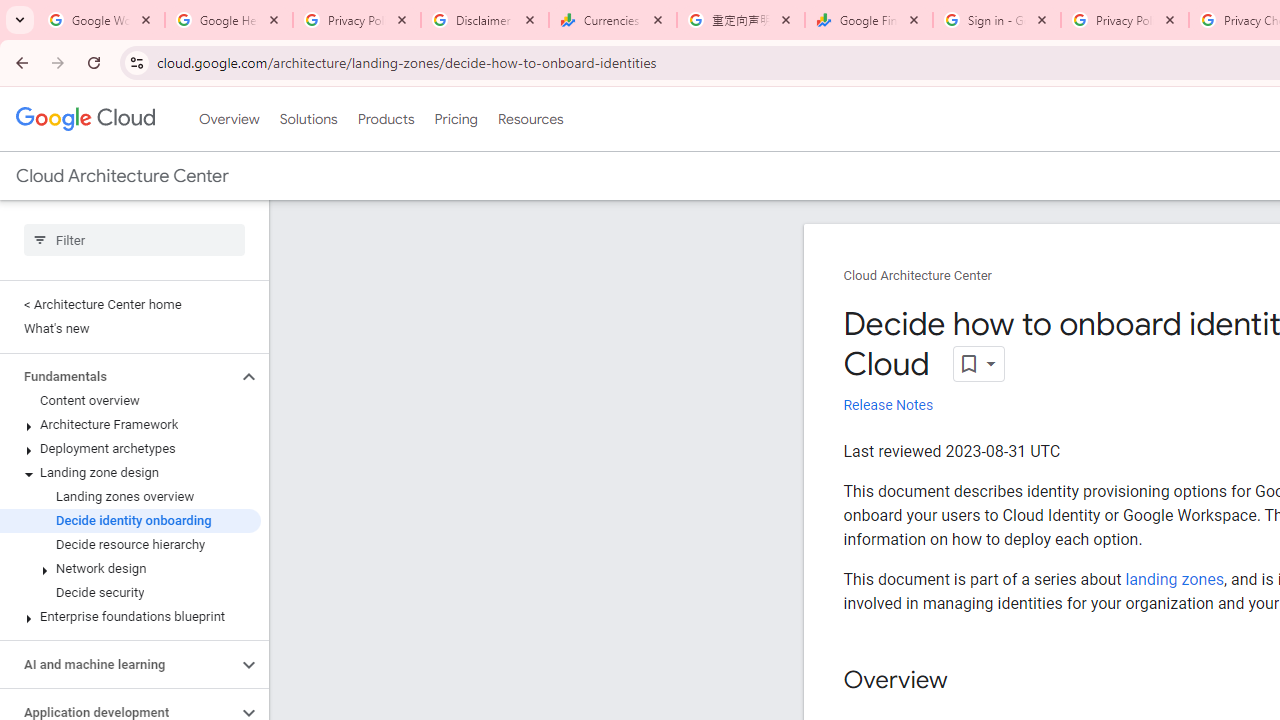 This screenshot has height=720, width=1280. Describe the element at coordinates (385, 119) in the screenshot. I see `'Products'` at that location.